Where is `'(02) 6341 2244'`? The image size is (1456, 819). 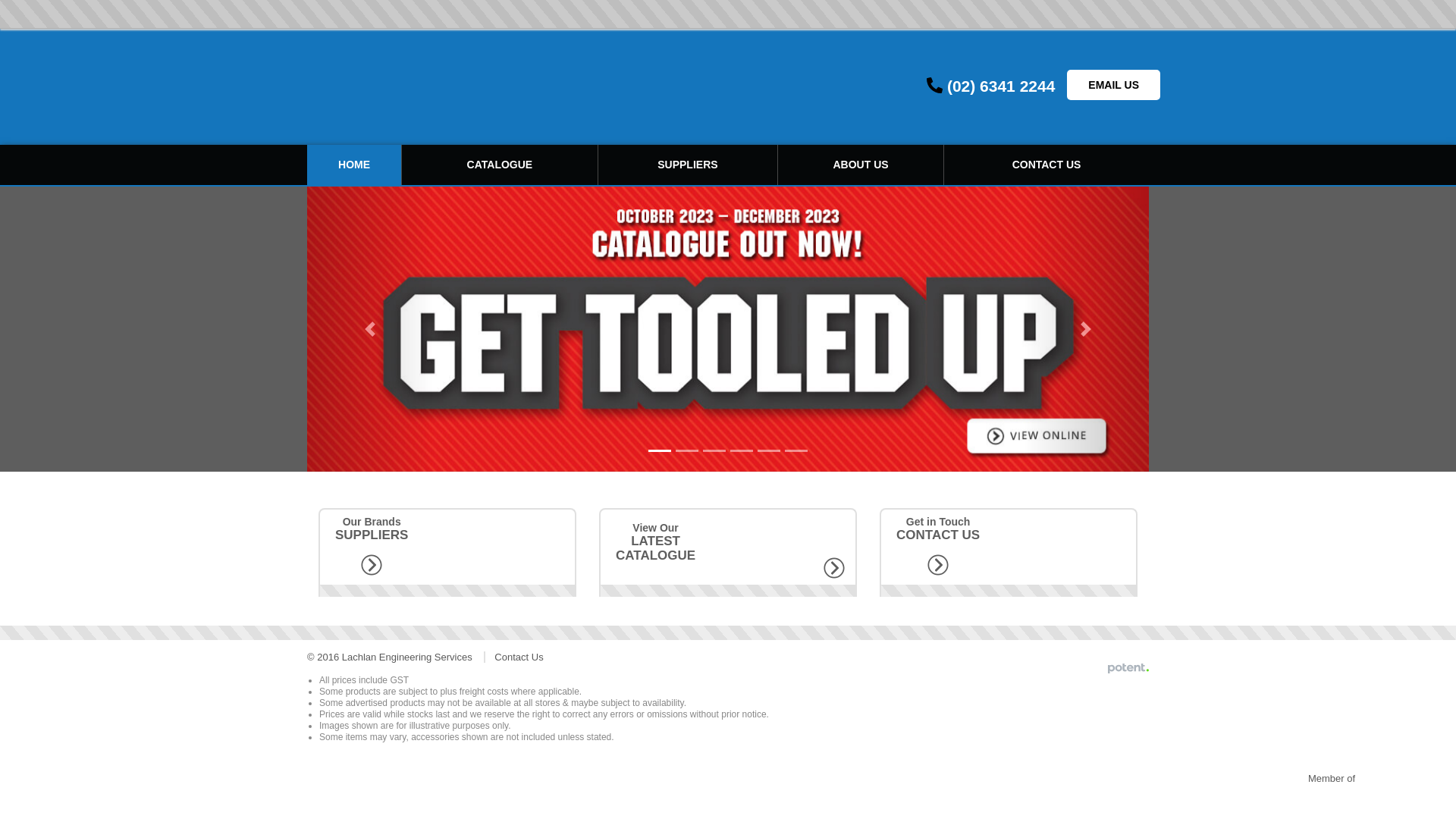 '(02) 6341 2244' is located at coordinates (1001, 86).